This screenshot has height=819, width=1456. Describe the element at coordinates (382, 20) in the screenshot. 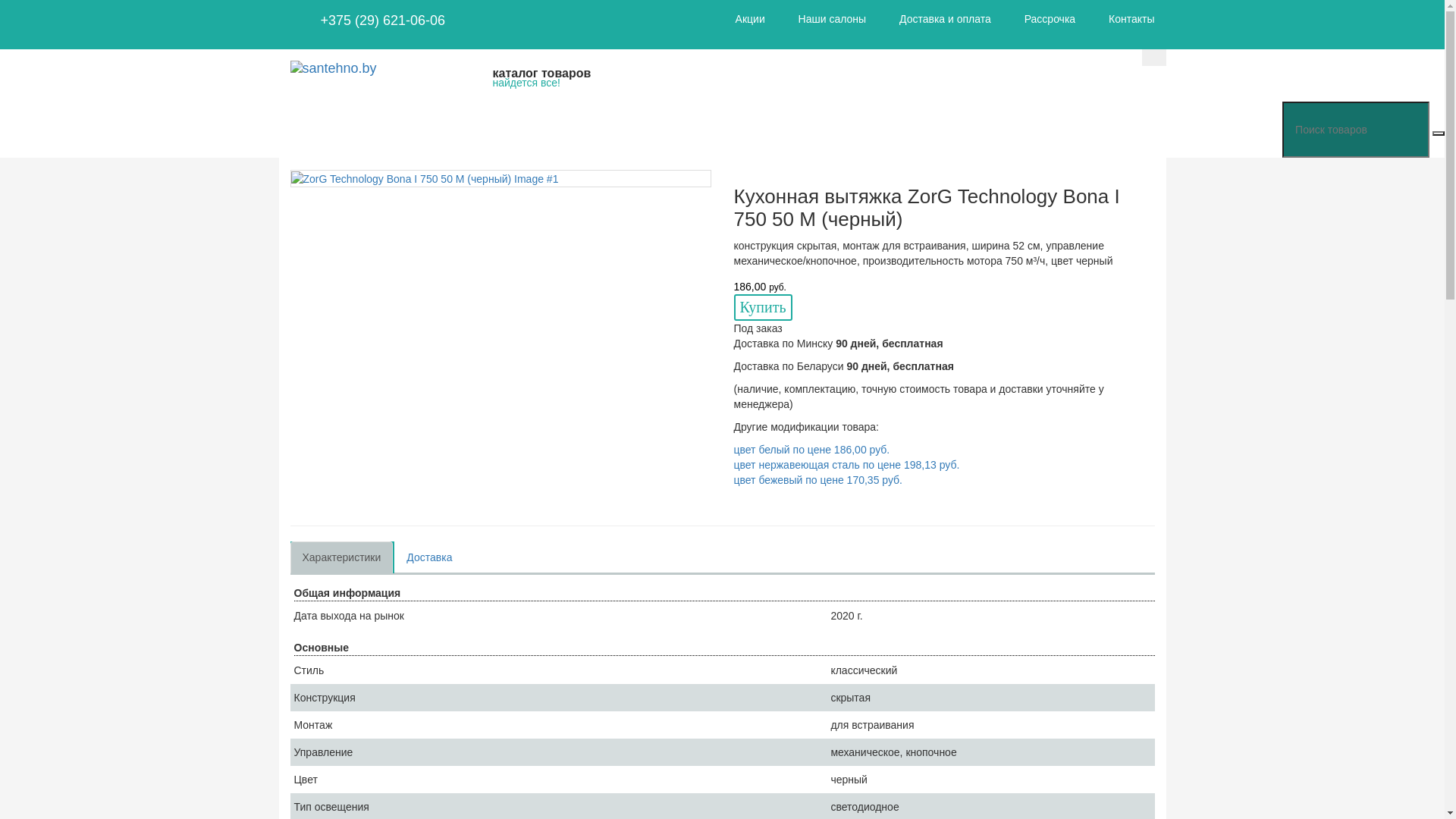

I see `'+375 (29) 621-06-06'` at that location.